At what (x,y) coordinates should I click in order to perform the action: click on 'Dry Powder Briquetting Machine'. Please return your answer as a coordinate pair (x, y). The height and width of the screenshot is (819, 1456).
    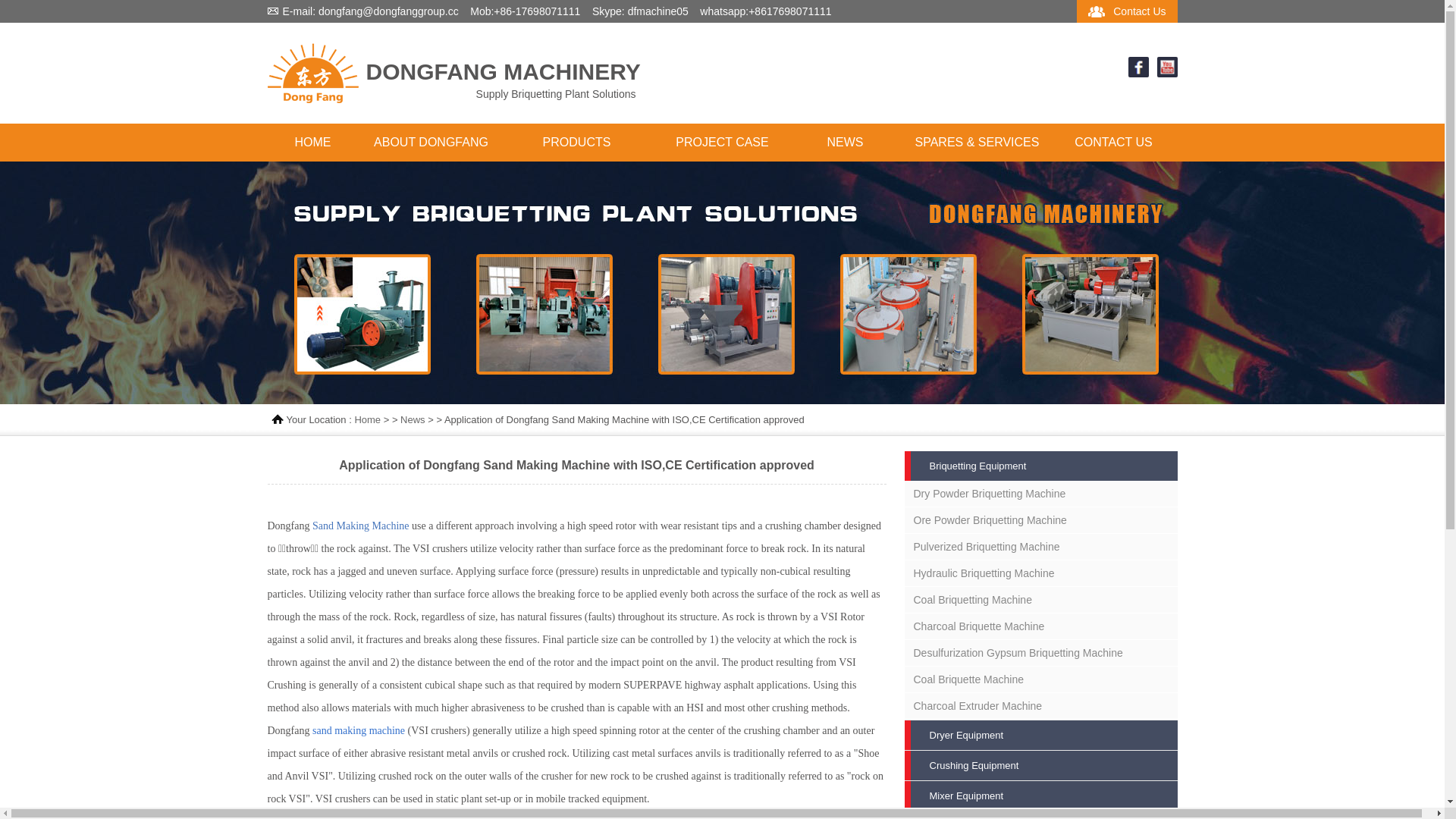
    Looking at the image, I should click on (1040, 494).